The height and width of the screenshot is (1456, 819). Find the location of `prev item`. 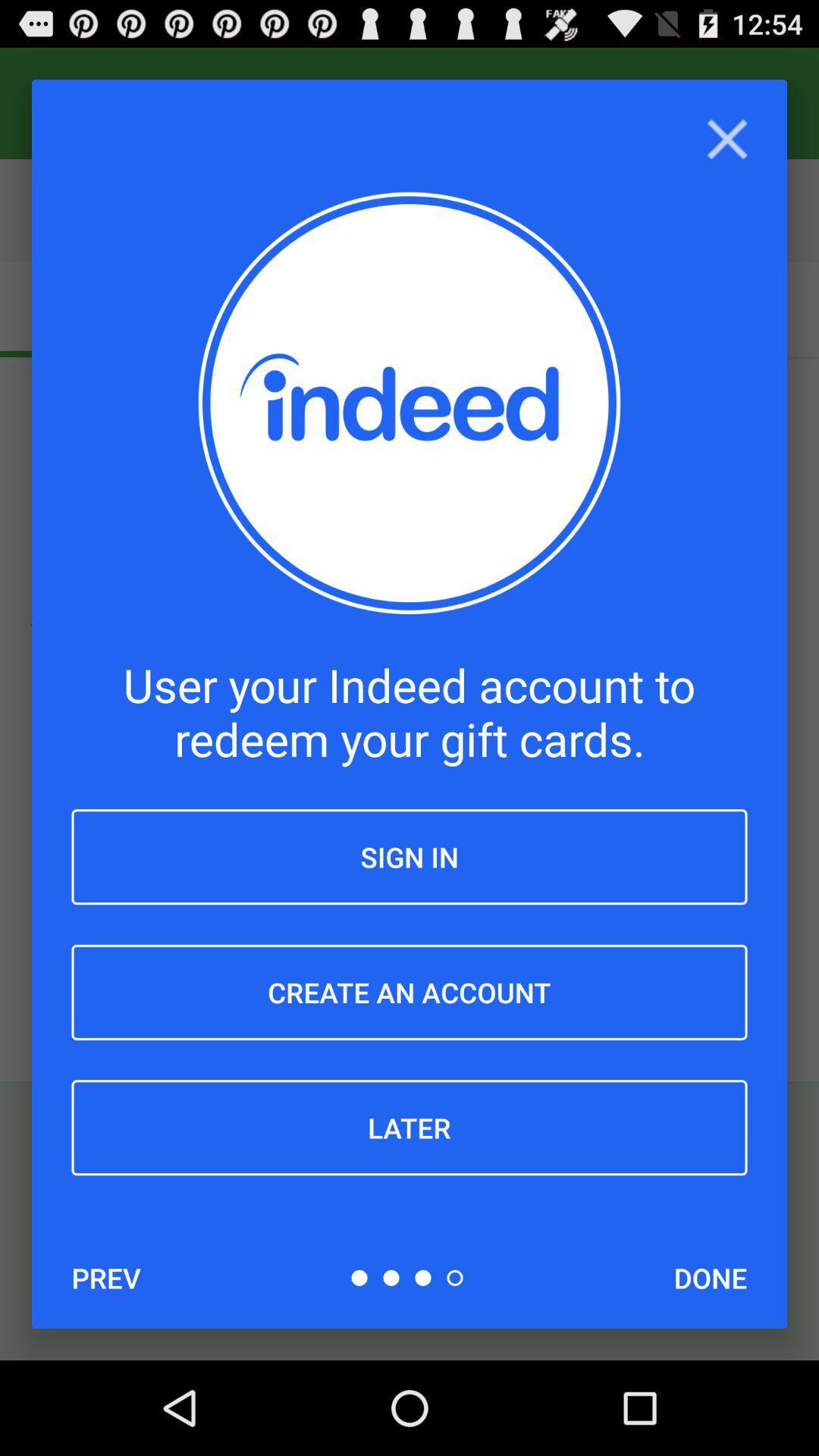

prev item is located at coordinates (105, 1277).